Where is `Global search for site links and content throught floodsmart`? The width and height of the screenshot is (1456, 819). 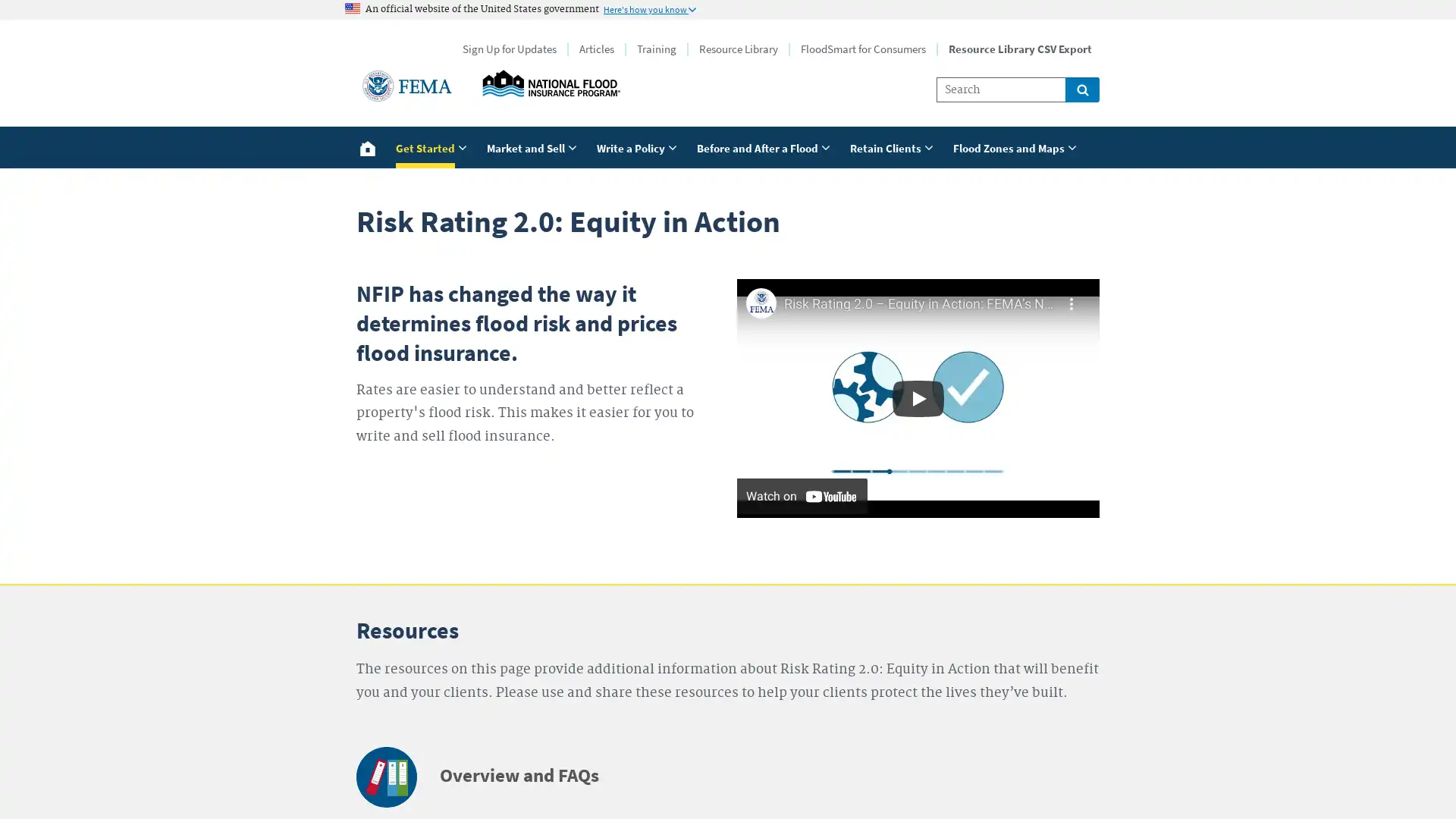 Global search for site links and content throught floodsmart is located at coordinates (1081, 89).